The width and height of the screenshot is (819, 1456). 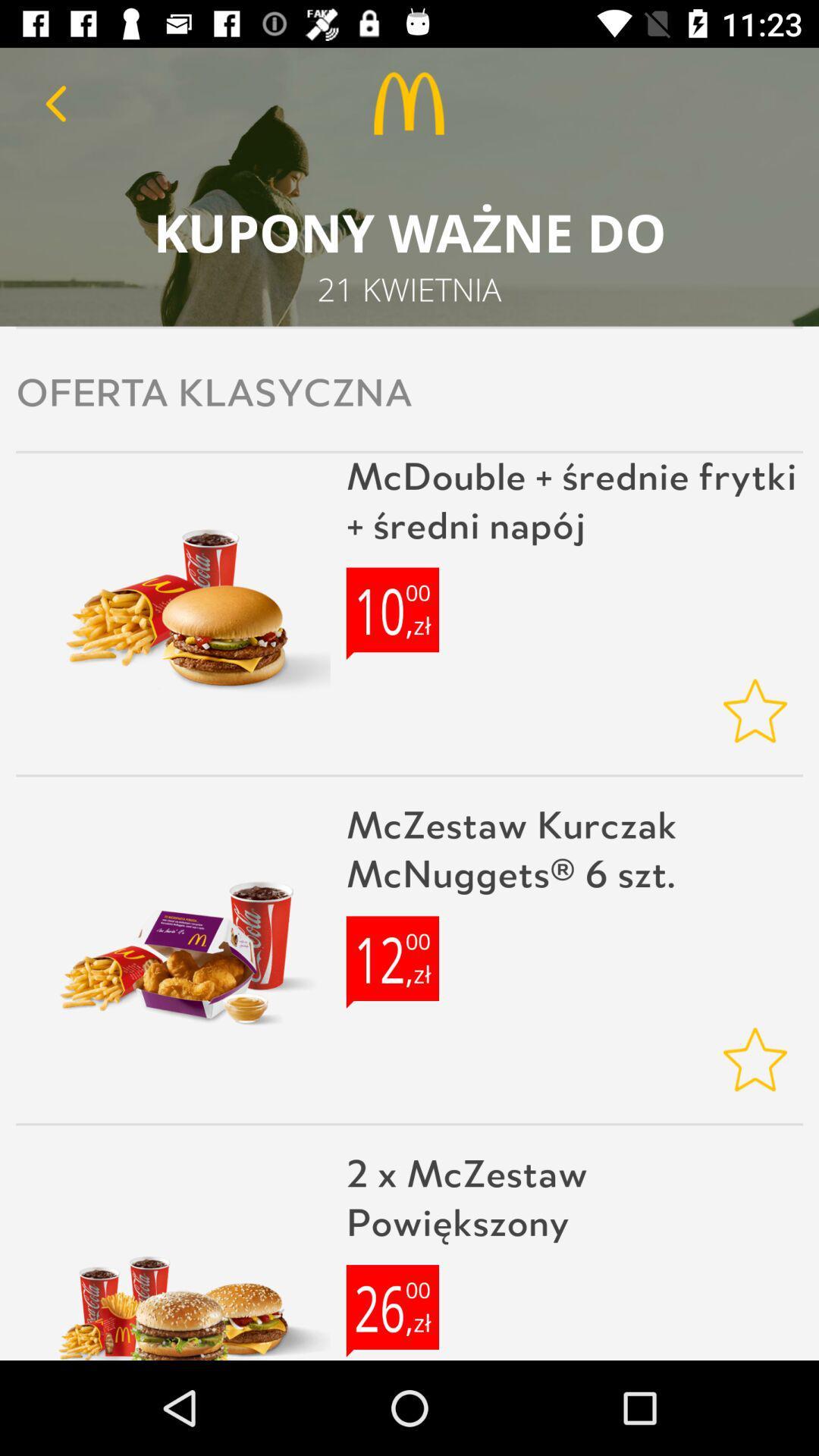 What do you see at coordinates (755, 710) in the screenshot?
I see `rating botton` at bounding box center [755, 710].